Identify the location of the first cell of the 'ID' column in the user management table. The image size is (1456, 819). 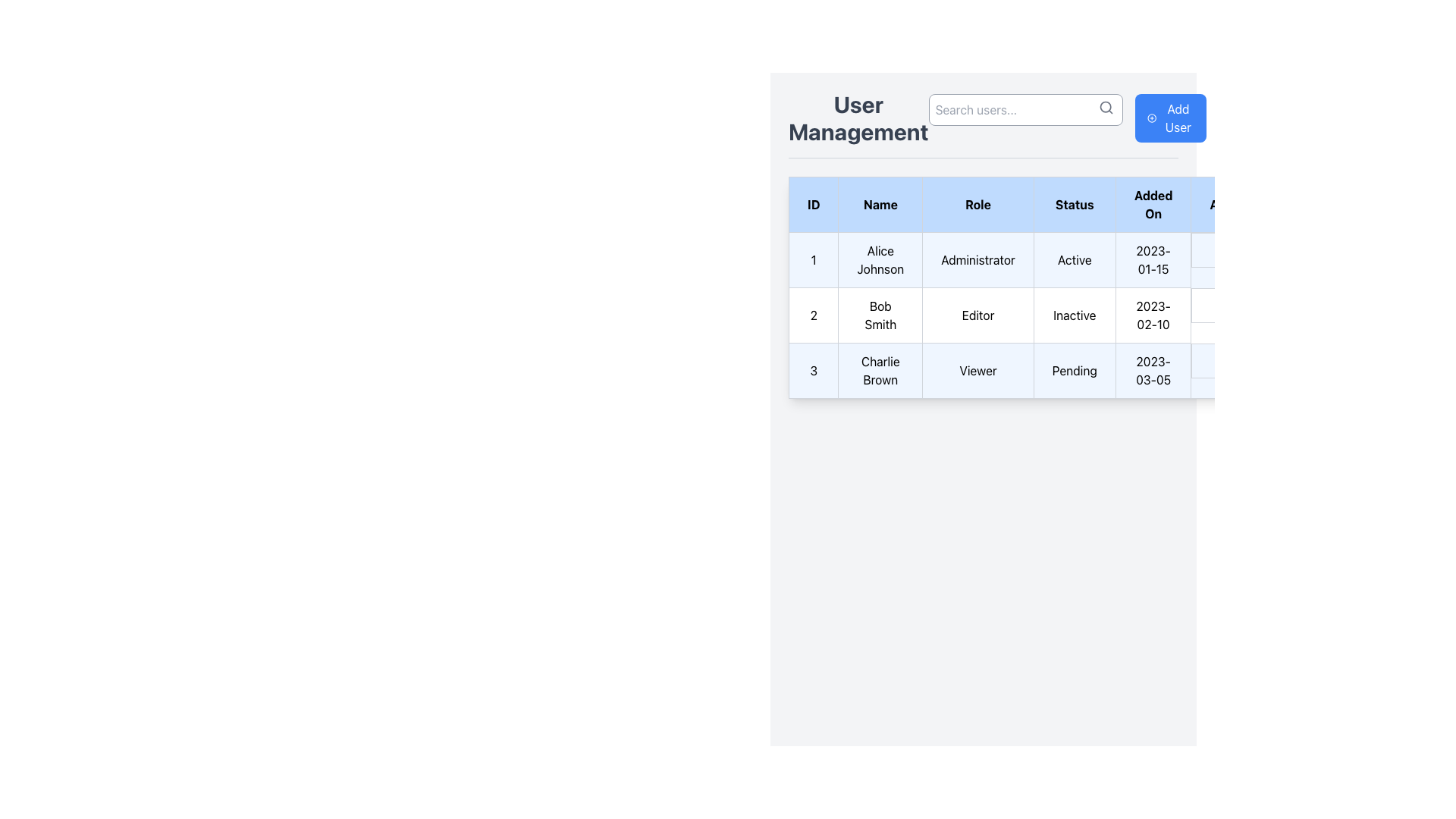
(813, 259).